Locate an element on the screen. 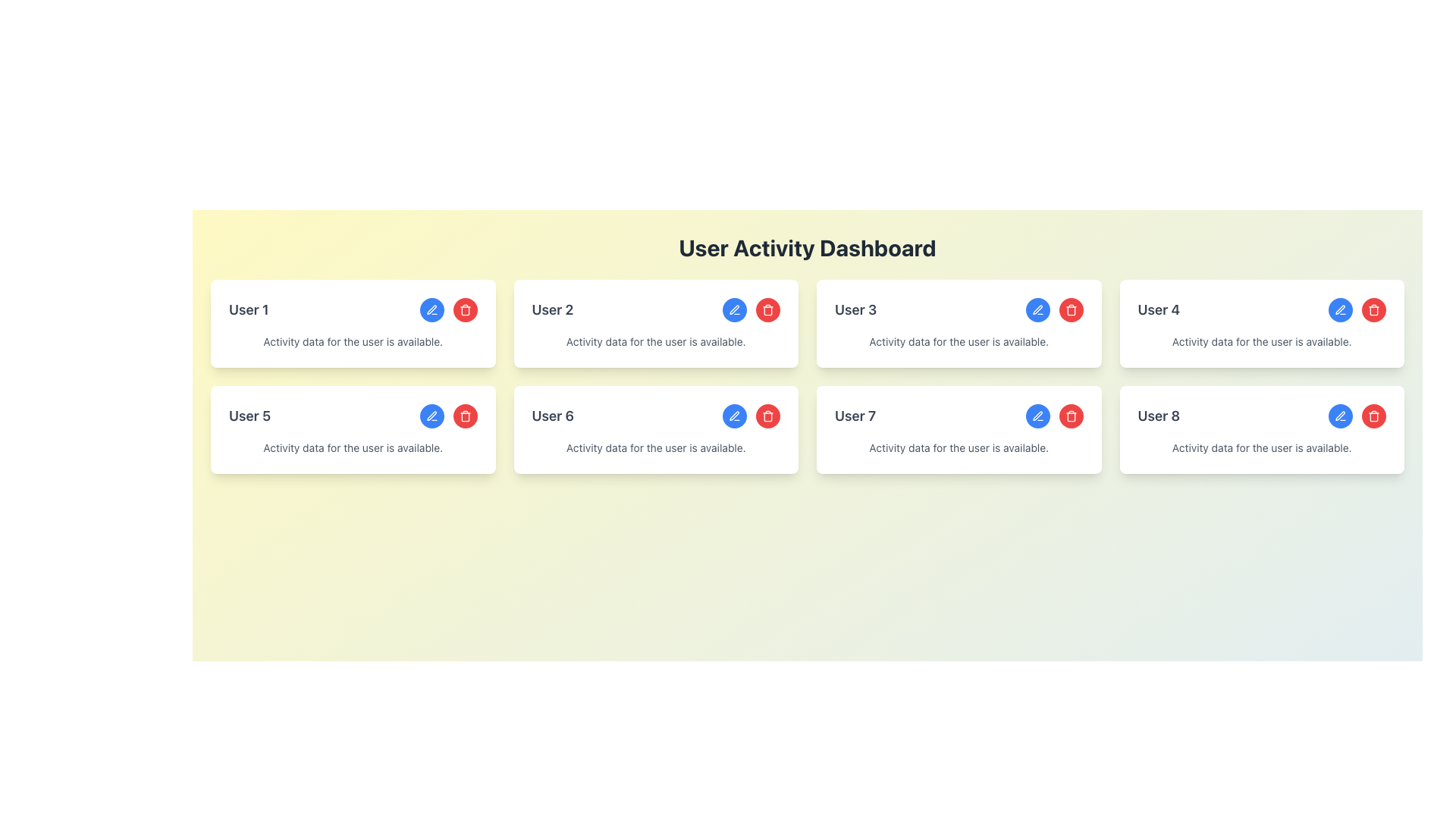 This screenshot has height=819, width=1456. the edit button located in the top-right corner of the card labeled 'User 4' to modify the user's data is located at coordinates (1340, 309).